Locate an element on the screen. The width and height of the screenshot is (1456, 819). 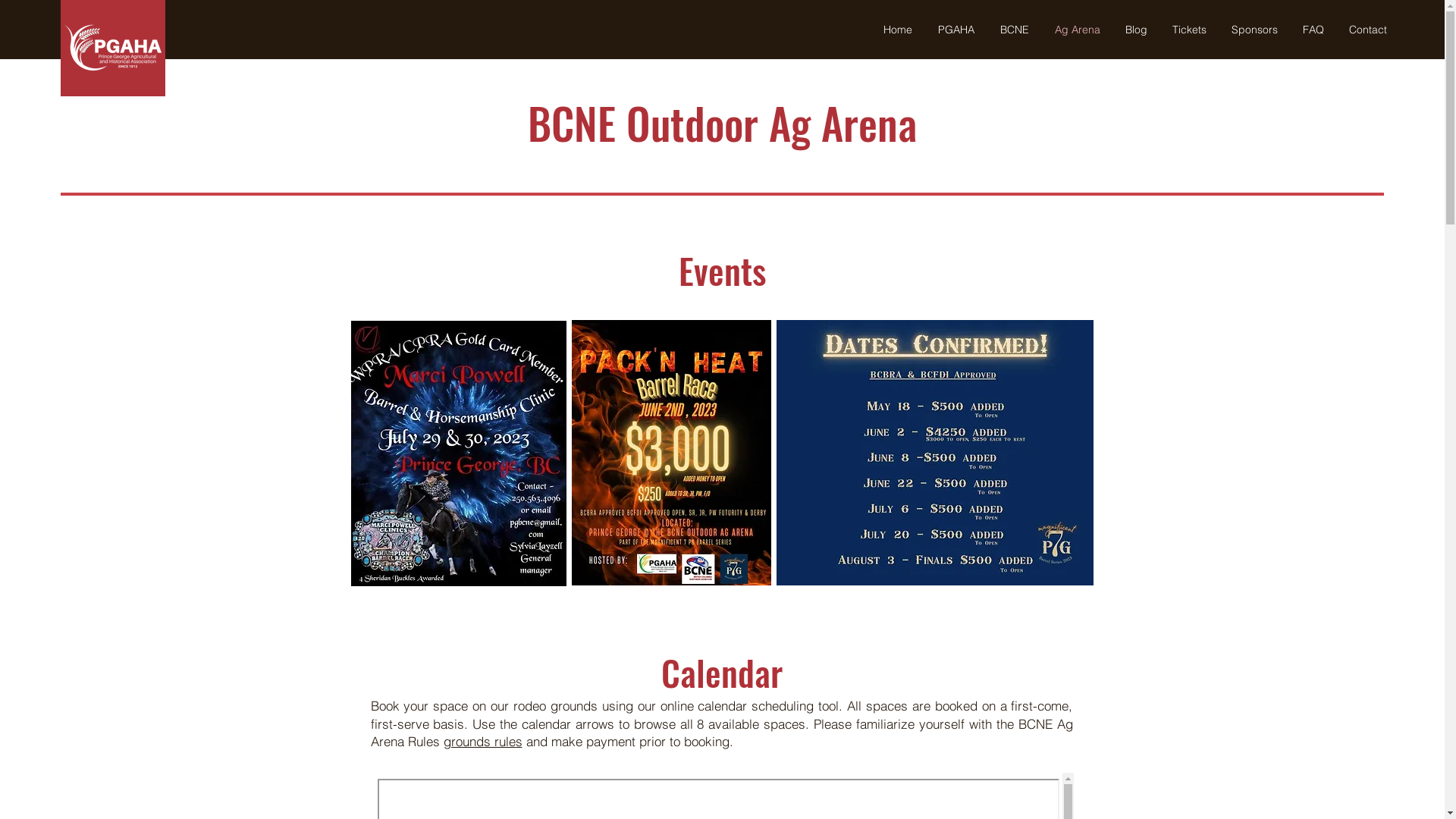
'Contact' is located at coordinates (1367, 29).